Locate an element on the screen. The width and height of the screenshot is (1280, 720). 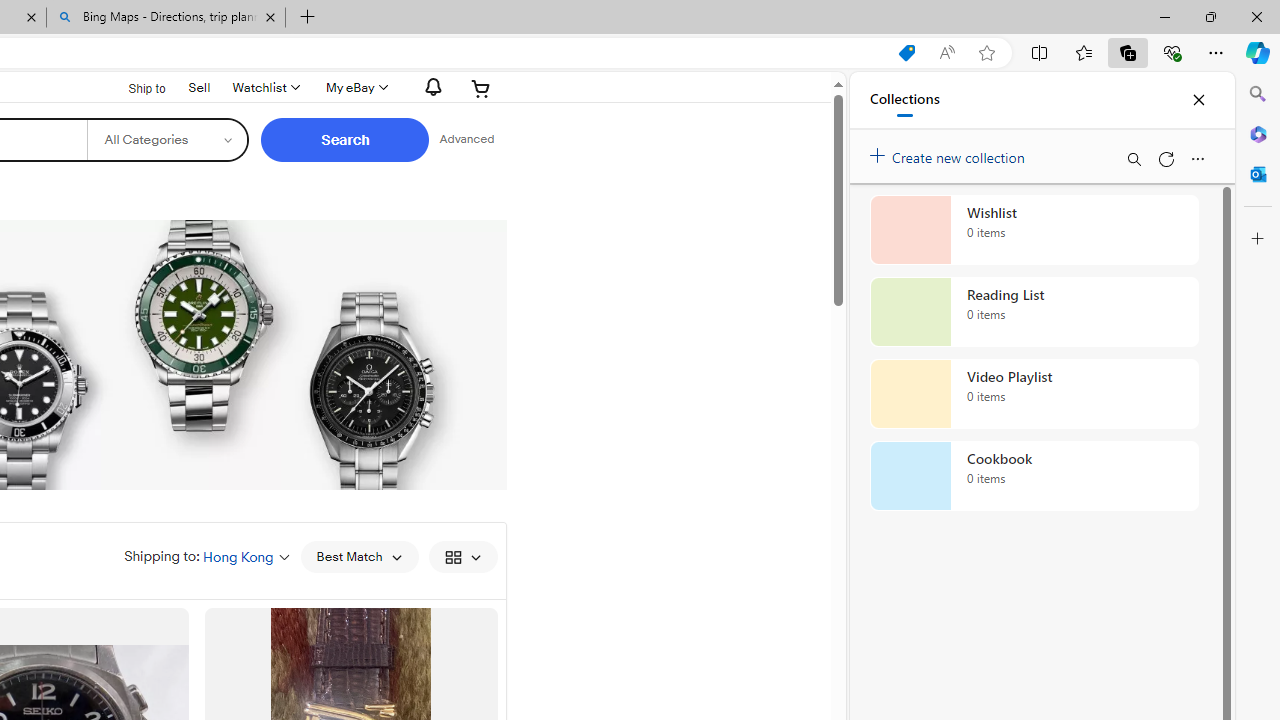
'Notifications' is located at coordinates (427, 86).